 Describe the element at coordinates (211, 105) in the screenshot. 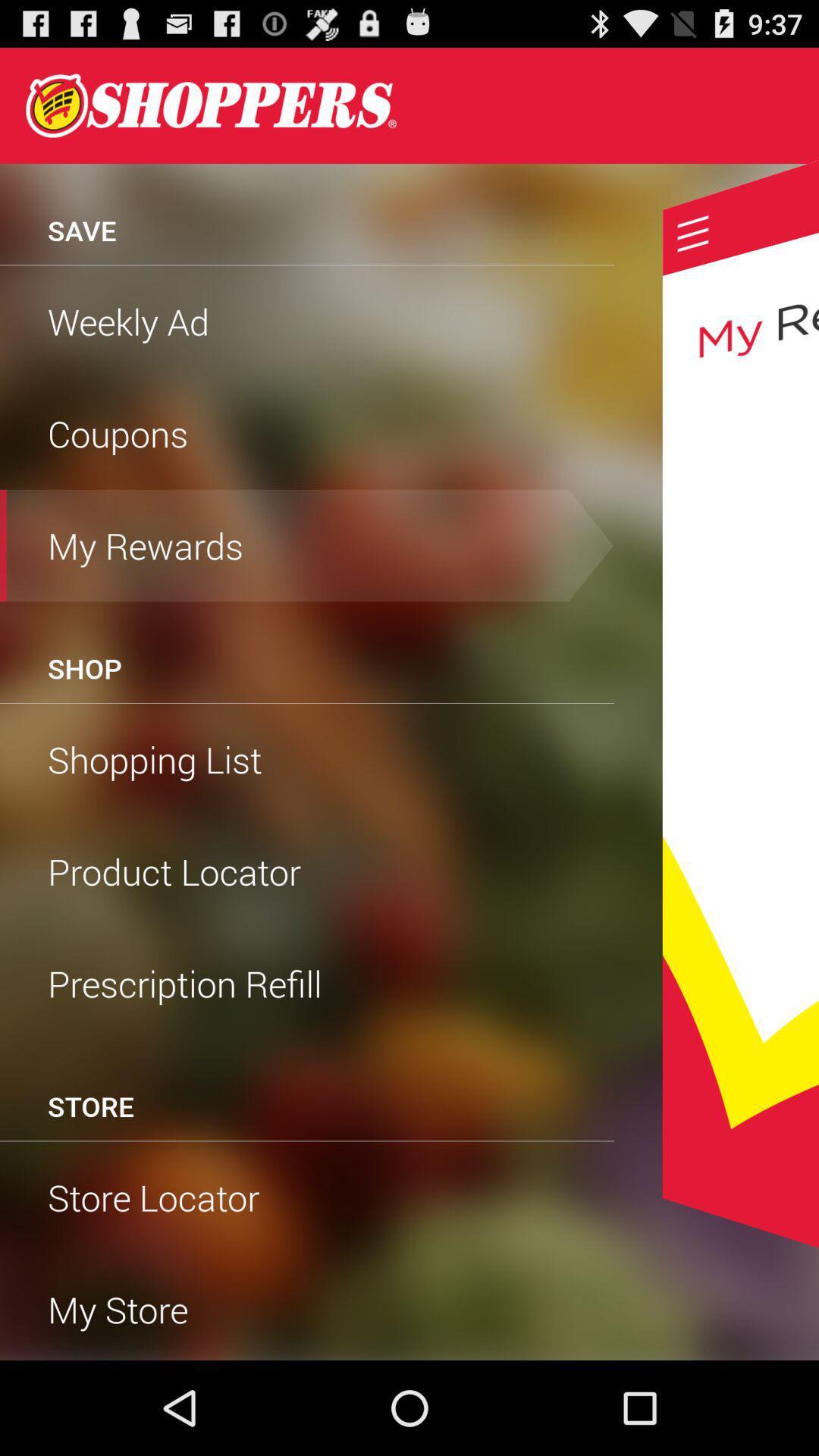

I see `logo` at that location.